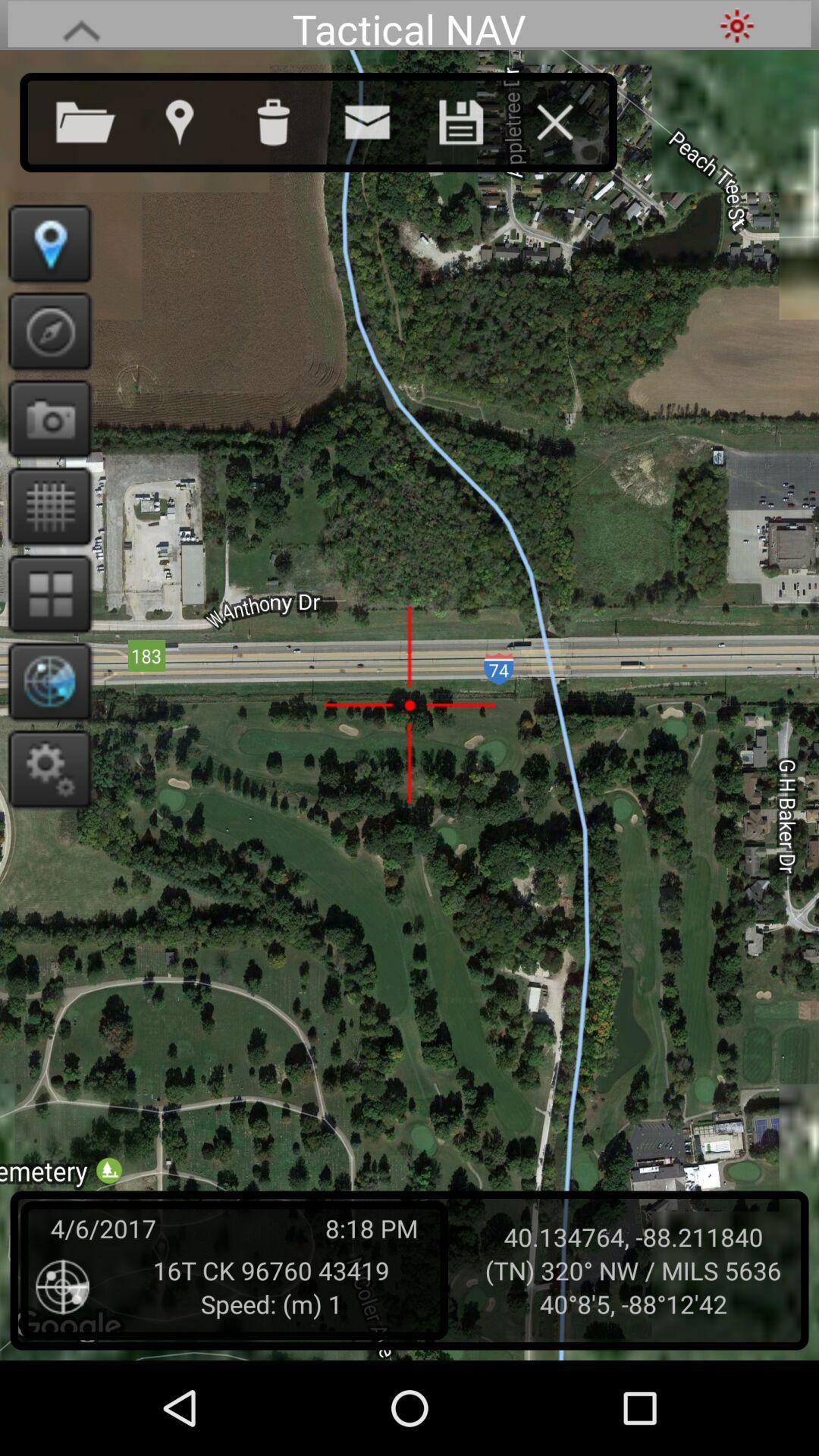 This screenshot has width=819, height=1456. Describe the element at coordinates (101, 127) in the screenshot. I see `the folder icon` at that location.